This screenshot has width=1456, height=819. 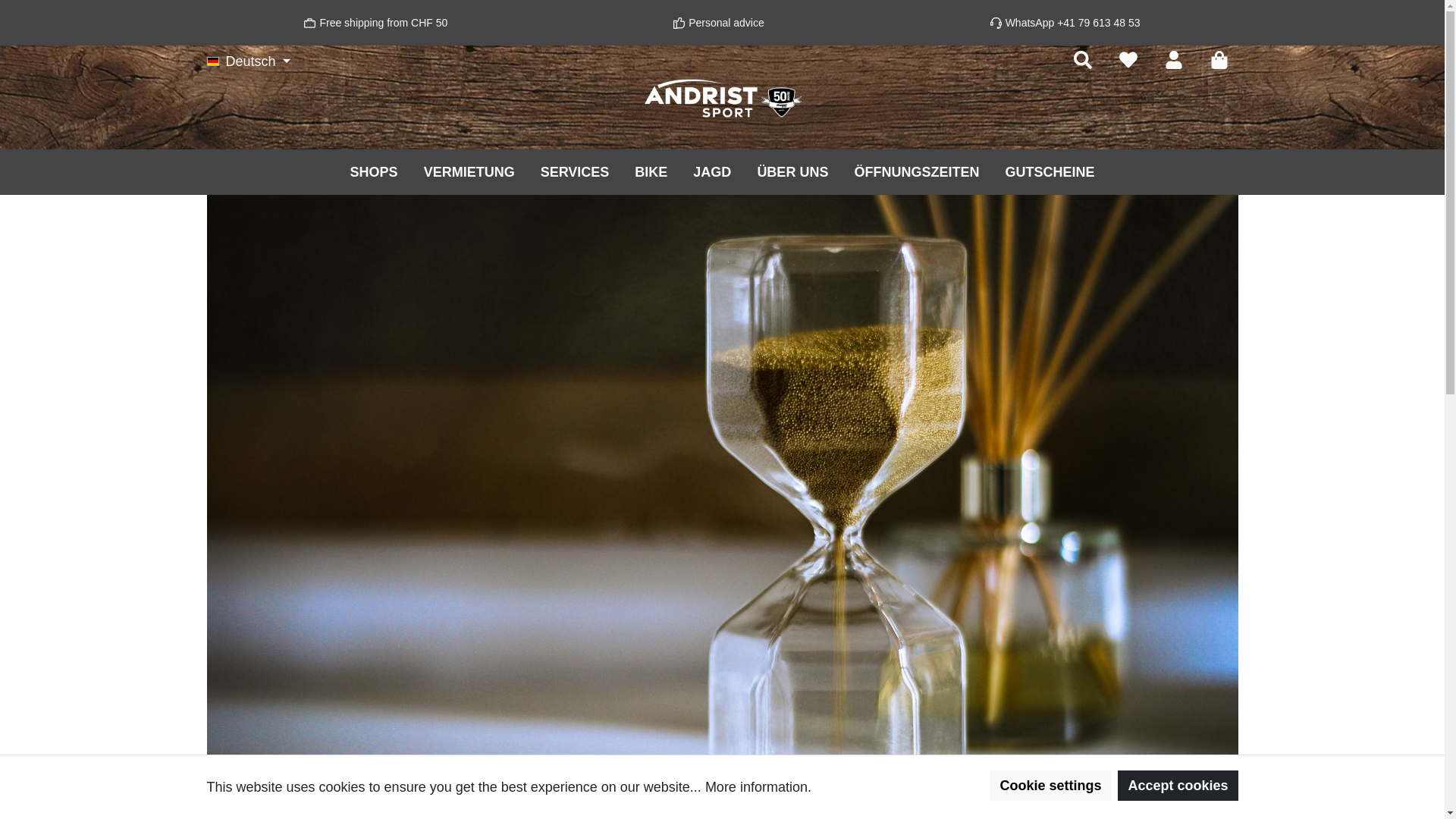 I want to click on 'JAGD', so click(x=711, y=171).